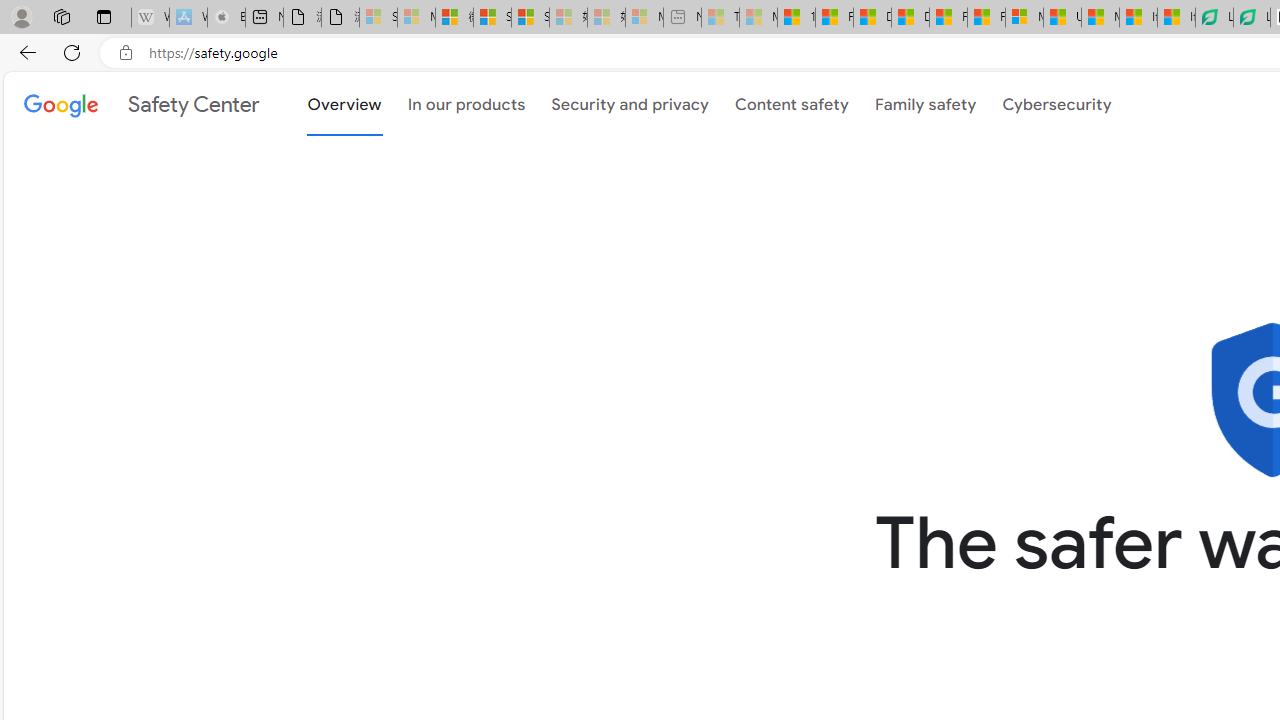  What do you see at coordinates (465, 104) in the screenshot?
I see `'In our products'` at bounding box center [465, 104].